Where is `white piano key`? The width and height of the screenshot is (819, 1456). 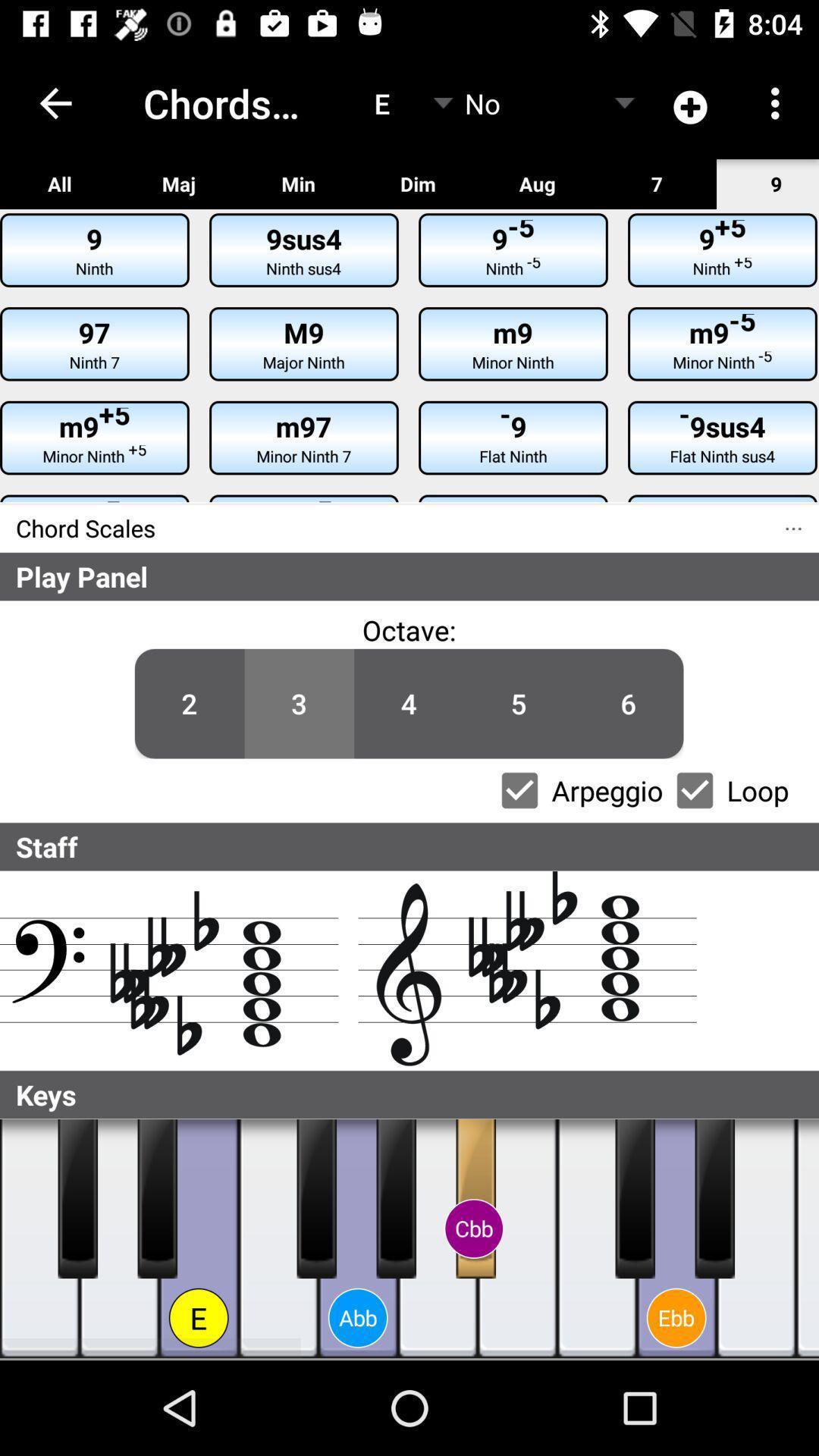 white piano key is located at coordinates (806, 1238).